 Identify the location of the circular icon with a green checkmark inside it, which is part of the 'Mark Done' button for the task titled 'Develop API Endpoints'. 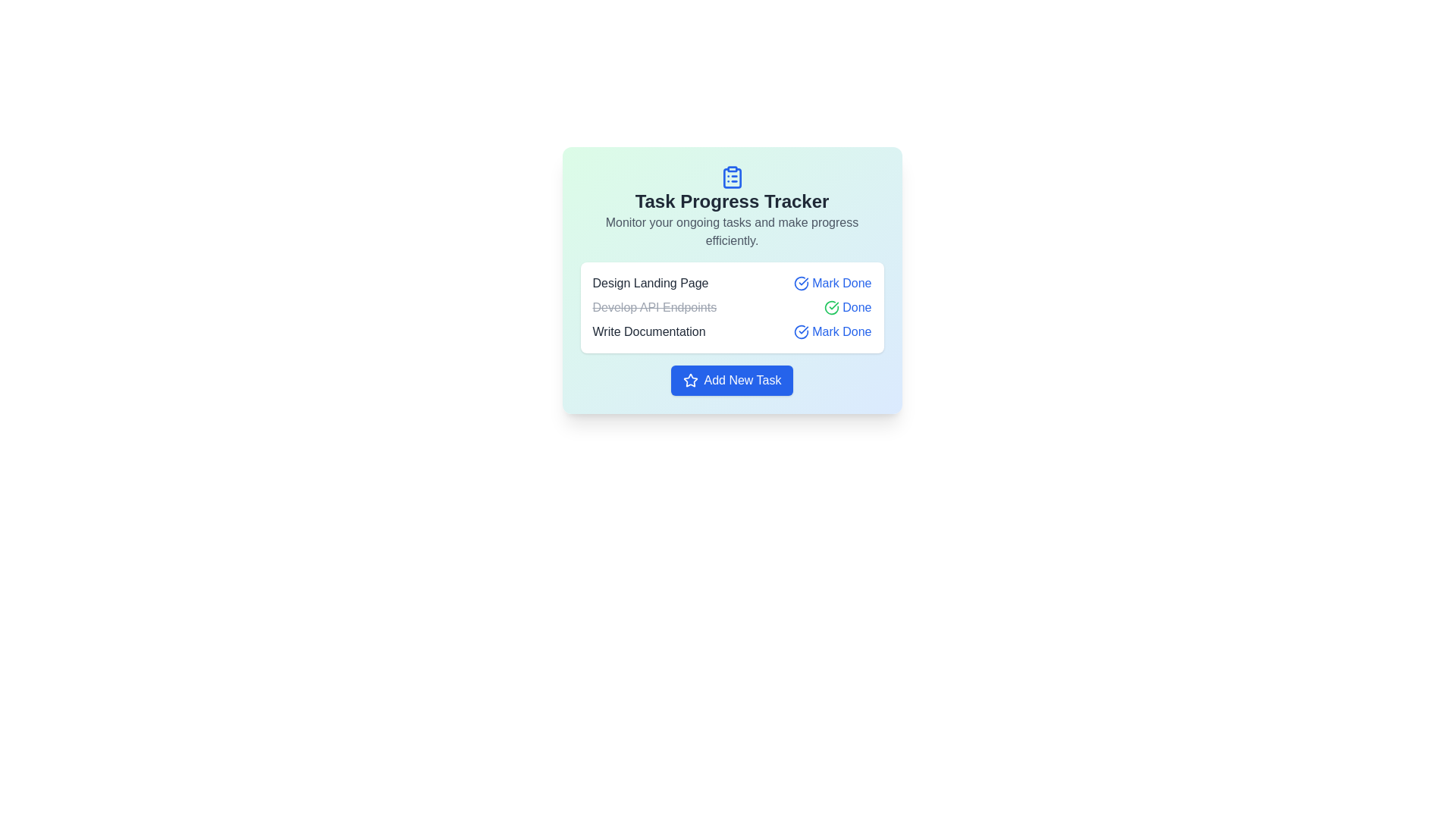
(831, 307).